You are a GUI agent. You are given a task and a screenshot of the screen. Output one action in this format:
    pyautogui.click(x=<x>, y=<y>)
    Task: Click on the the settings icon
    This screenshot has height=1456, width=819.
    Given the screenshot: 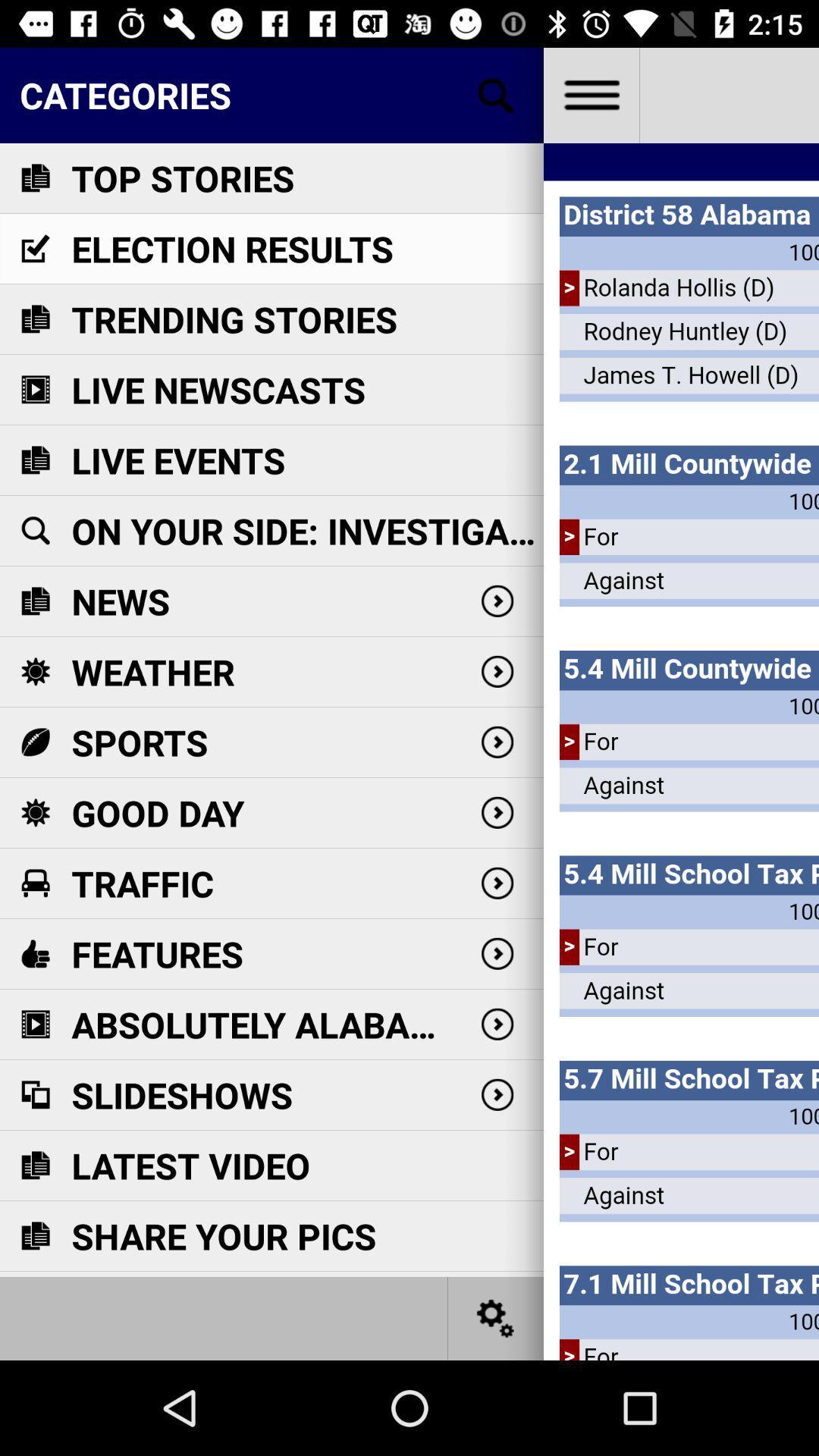 What is the action you would take?
    pyautogui.click(x=496, y=1317)
    